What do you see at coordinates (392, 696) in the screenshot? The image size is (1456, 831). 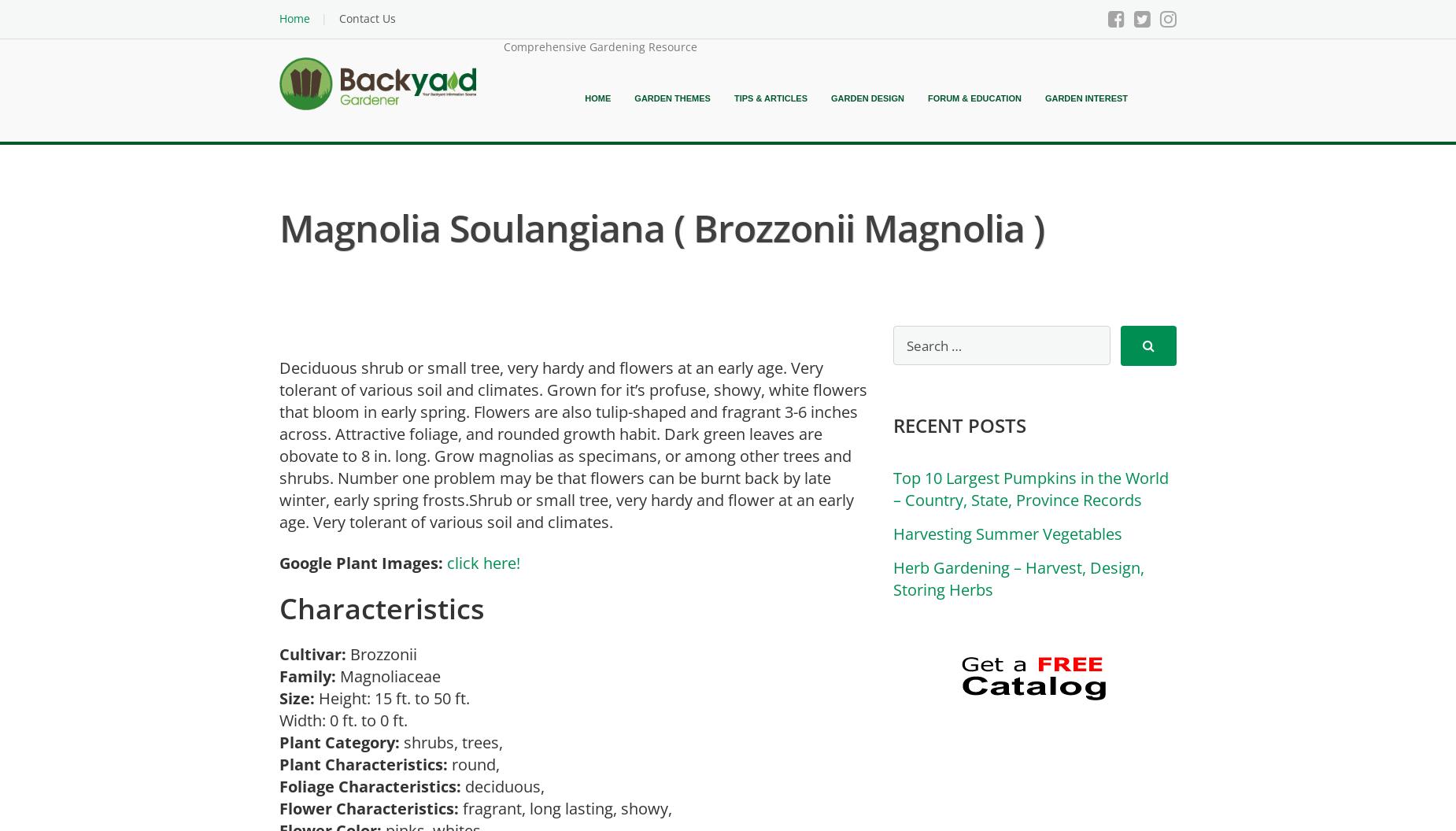 I see `'Height: 15 ft. to 50 ft.'` at bounding box center [392, 696].